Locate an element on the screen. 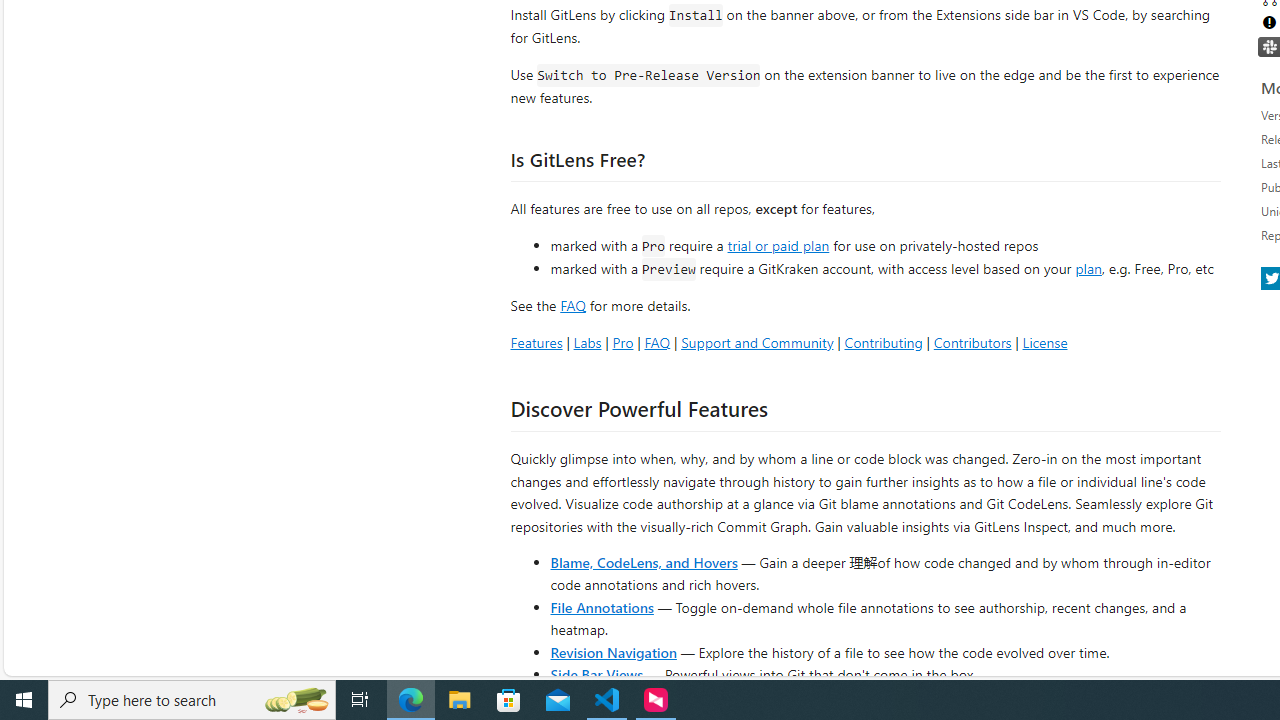 The height and width of the screenshot is (720, 1280). 'Visual Studio Code - 1 running window' is located at coordinates (606, 698).